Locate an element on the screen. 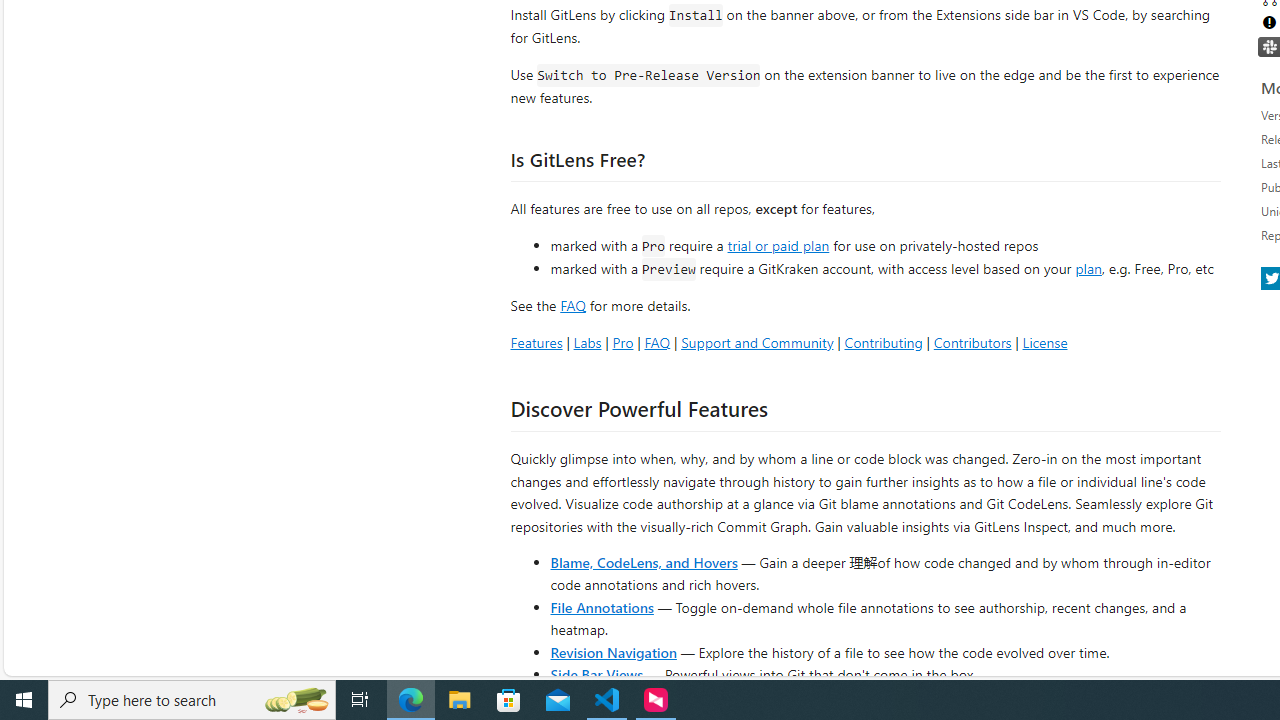 The height and width of the screenshot is (720, 1280). 'Visual Studio Code - 1 running window' is located at coordinates (606, 698).